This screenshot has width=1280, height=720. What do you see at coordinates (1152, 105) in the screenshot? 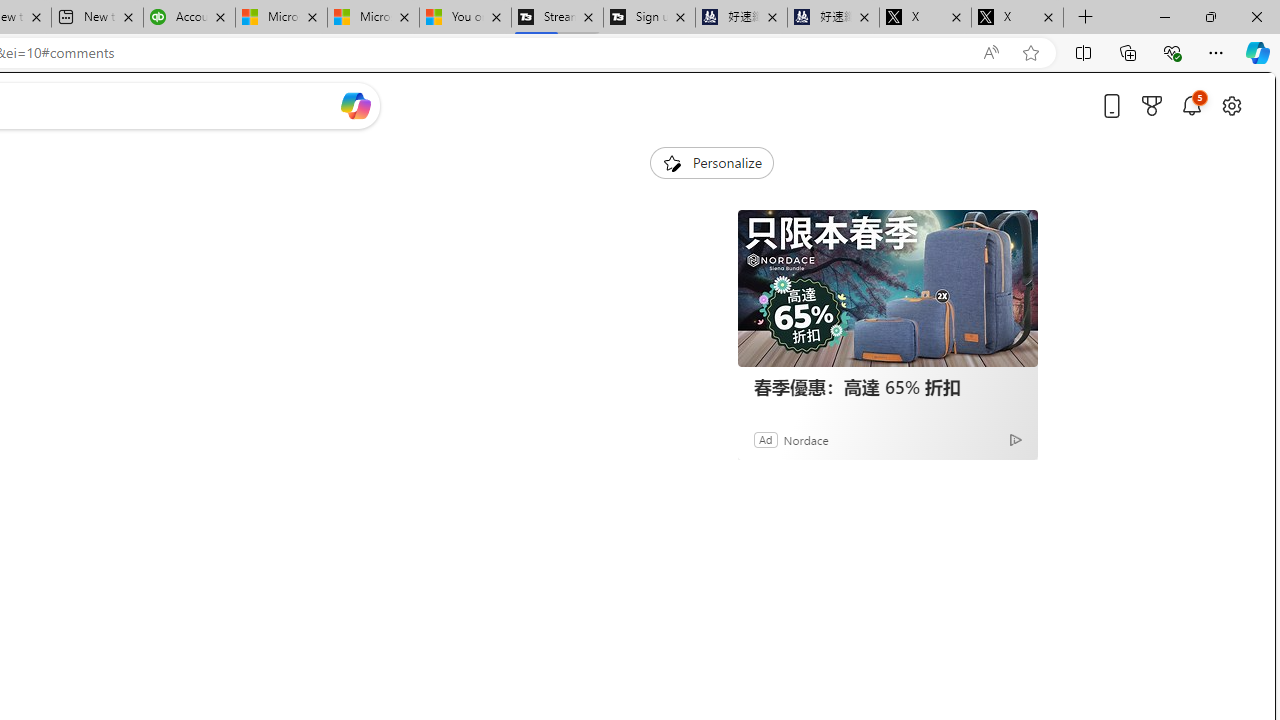
I see `'Microsoft rewards'` at bounding box center [1152, 105].